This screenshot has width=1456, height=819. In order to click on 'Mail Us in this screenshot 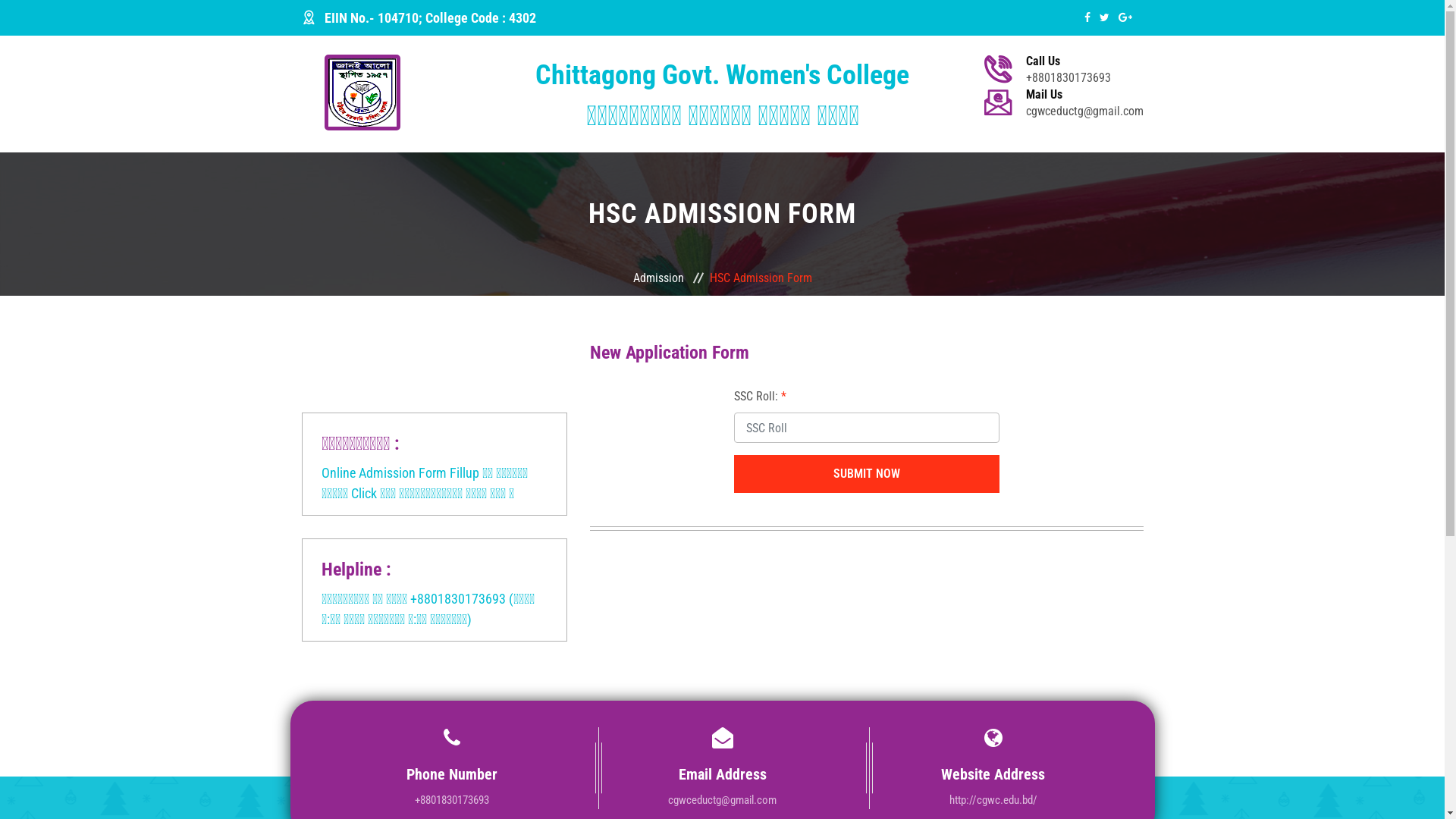, I will do `click(1083, 102)`.